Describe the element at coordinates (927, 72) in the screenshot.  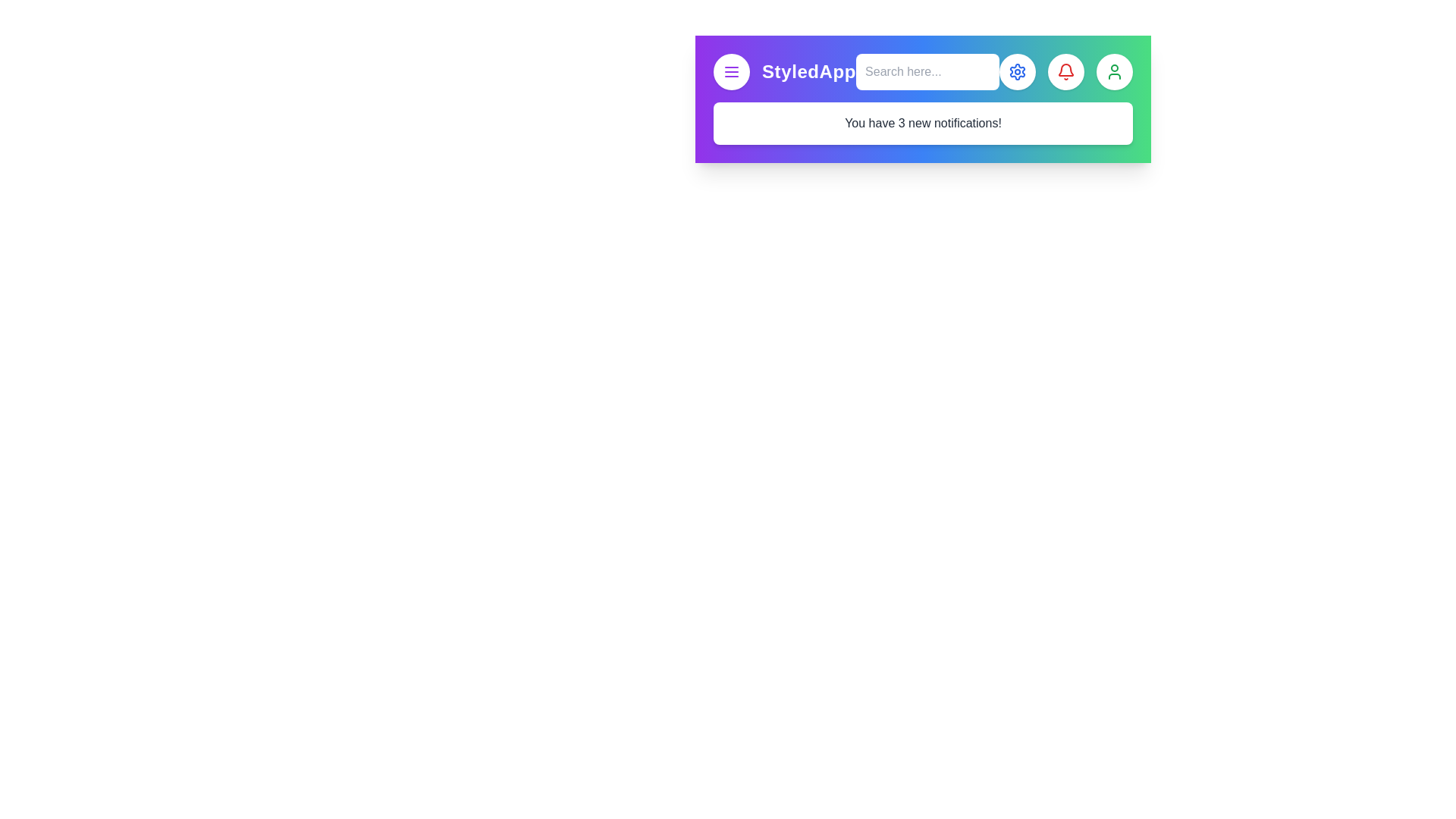
I see `the element with Search Input to display its tooltip or effect` at that location.